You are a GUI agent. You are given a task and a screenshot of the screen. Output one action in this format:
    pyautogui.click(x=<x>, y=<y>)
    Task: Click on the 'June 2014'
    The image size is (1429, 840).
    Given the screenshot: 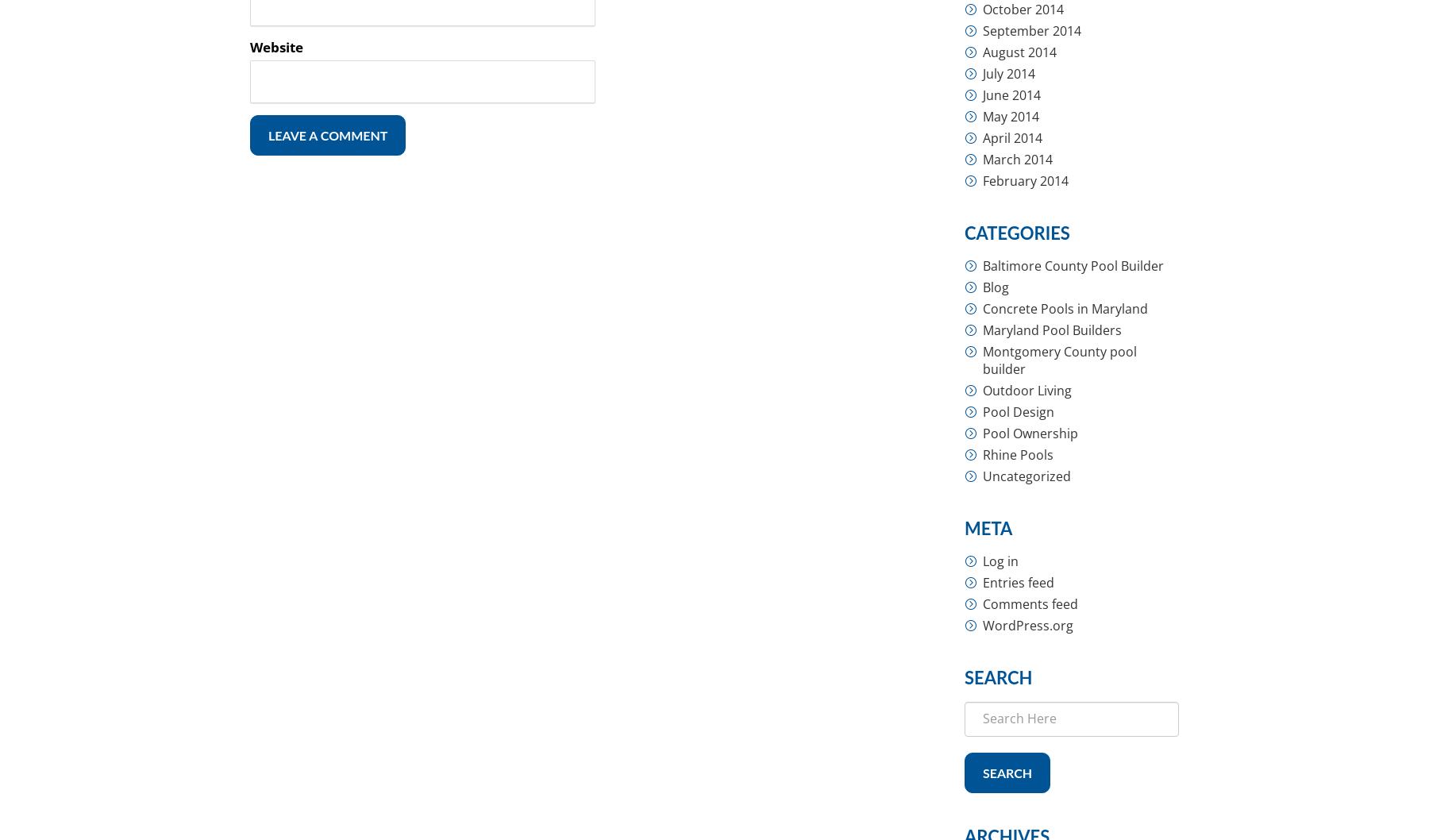 What is the action you would take?
    pyautogui.click(x=1011, y=94)
    